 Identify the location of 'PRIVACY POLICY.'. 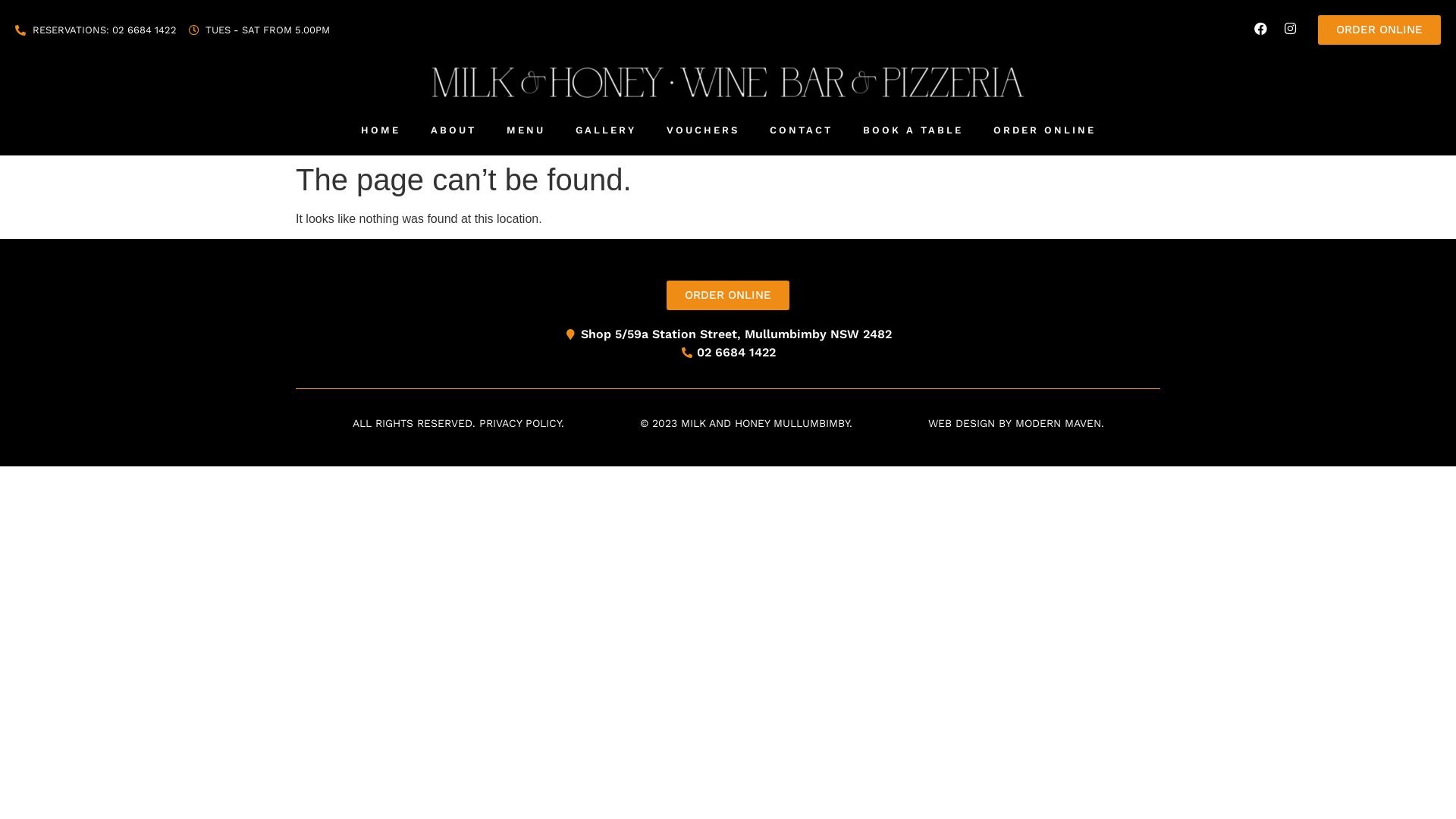
(521, 423).